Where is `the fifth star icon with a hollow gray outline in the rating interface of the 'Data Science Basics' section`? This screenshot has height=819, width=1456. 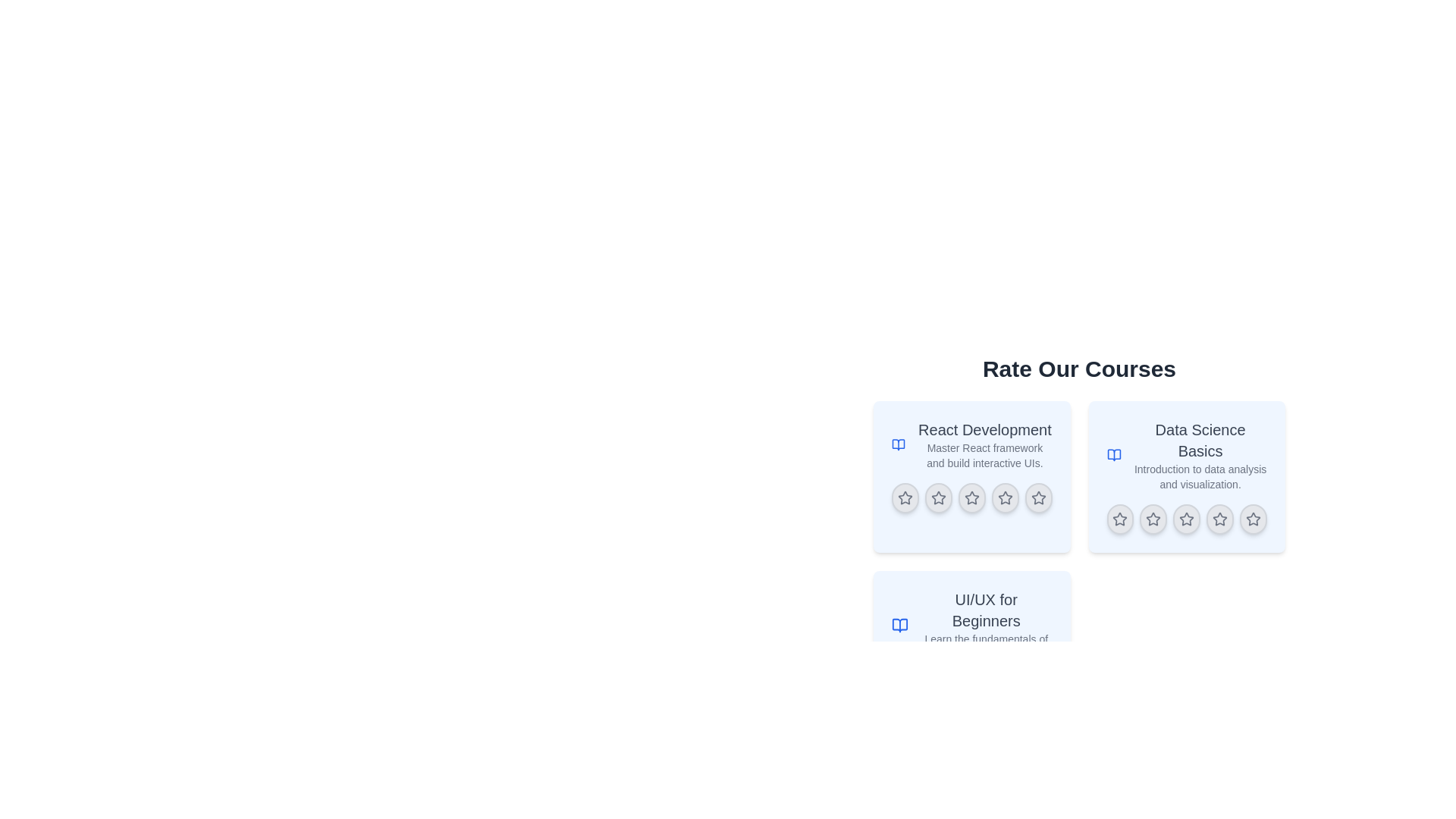 the fifth star icon with a hollow gray outline in the rating interface of the 'Data Science Basics' section is located at coordinates (1254, 519).